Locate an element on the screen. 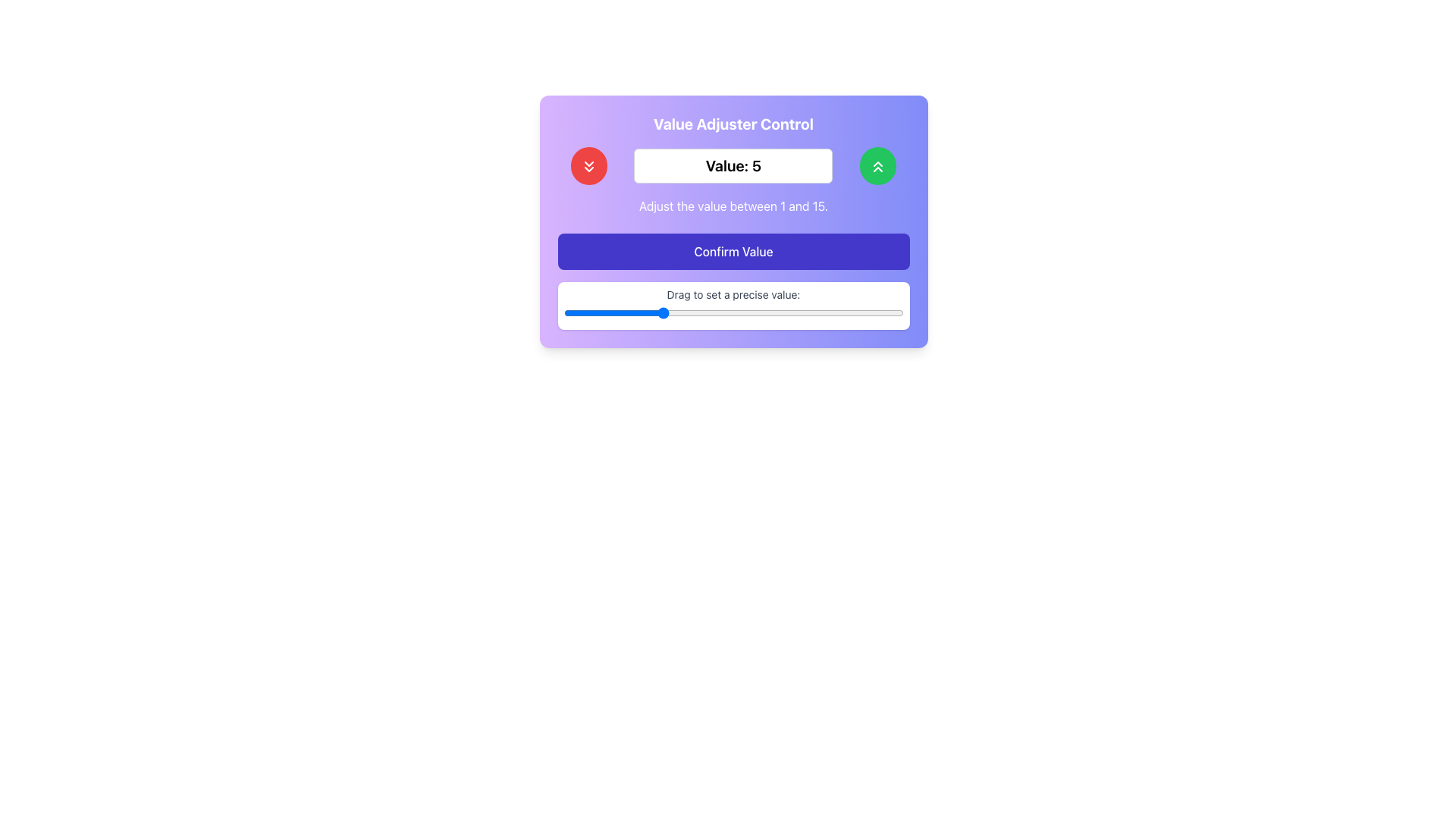  the button to increase the numerical value displayed in the text box, which is located to the right of the central text box showing 'Value: 5' and opposite a red circular button with a downward double chevron icon is located at coordinates (877, 165).